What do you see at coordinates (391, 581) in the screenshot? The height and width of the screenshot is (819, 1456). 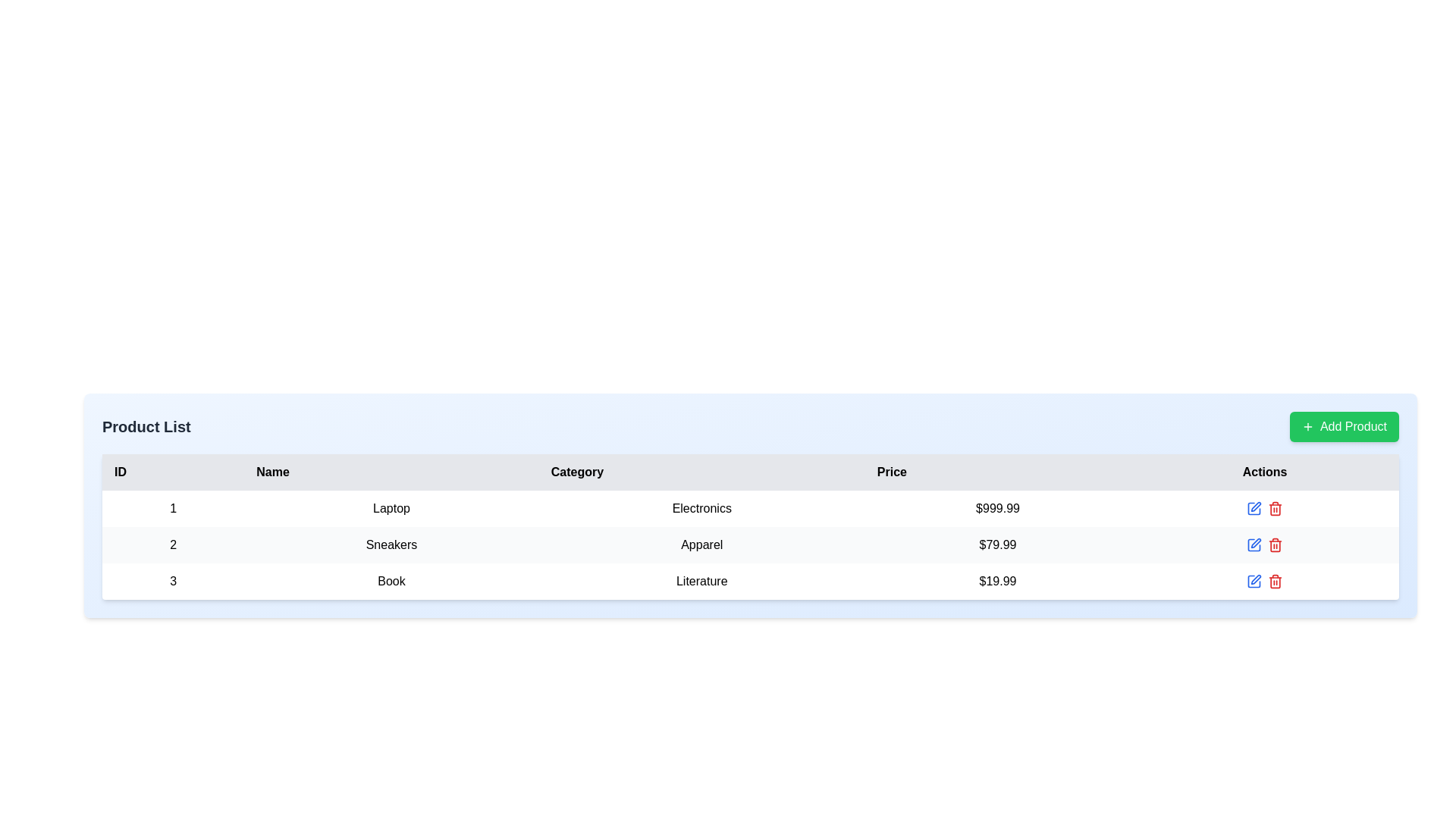 I see `the Static Text Display that shows the text 'Book' located in the third row of the 'Name' column in the 'Product List' section` at bounding box center [391, 581].